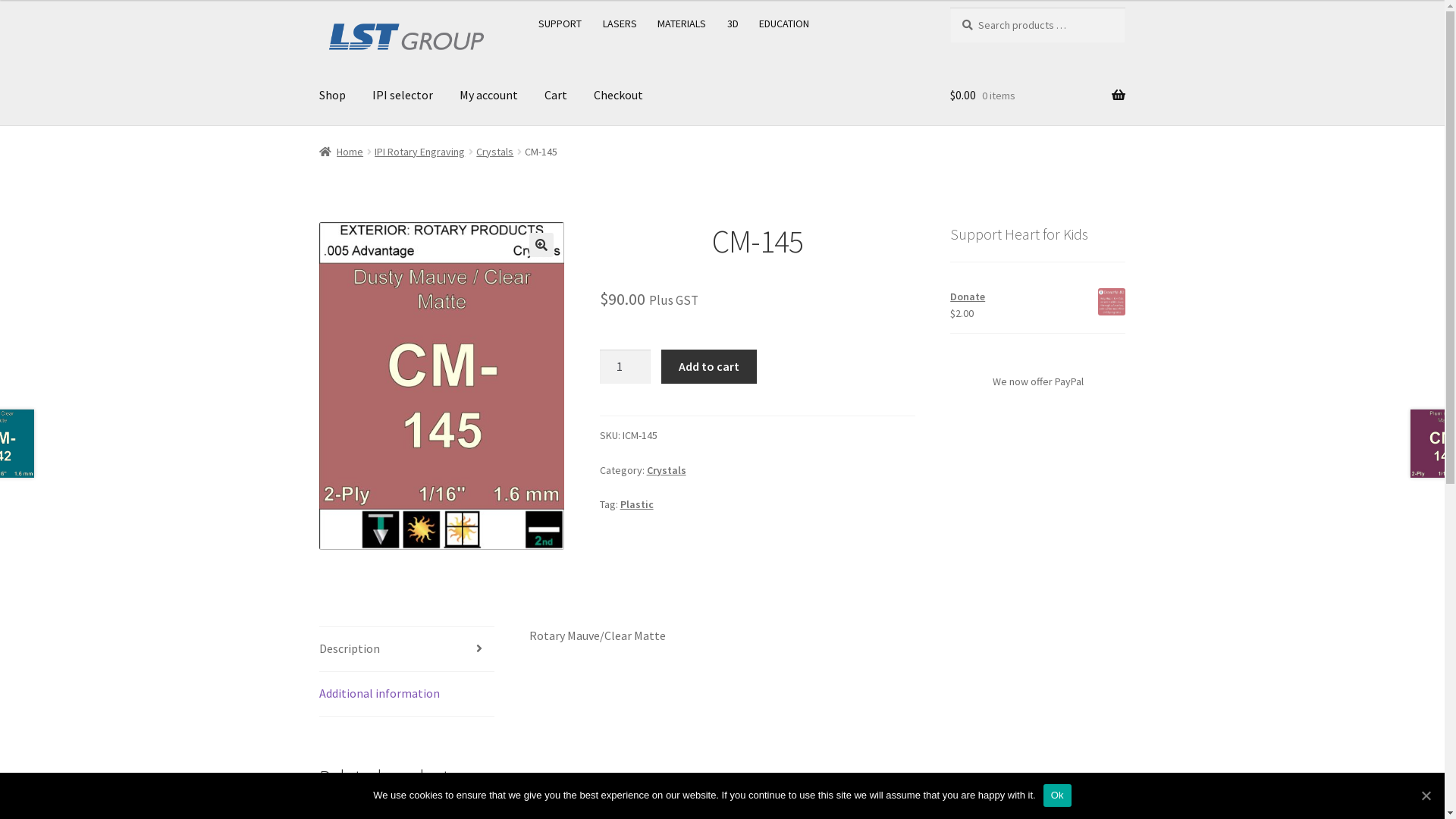 The image size is (1456, 819). What do you see at coordinates (708, 366) in the screenshot?
I see `'Add to cart'` at bounding box center [708, 366].